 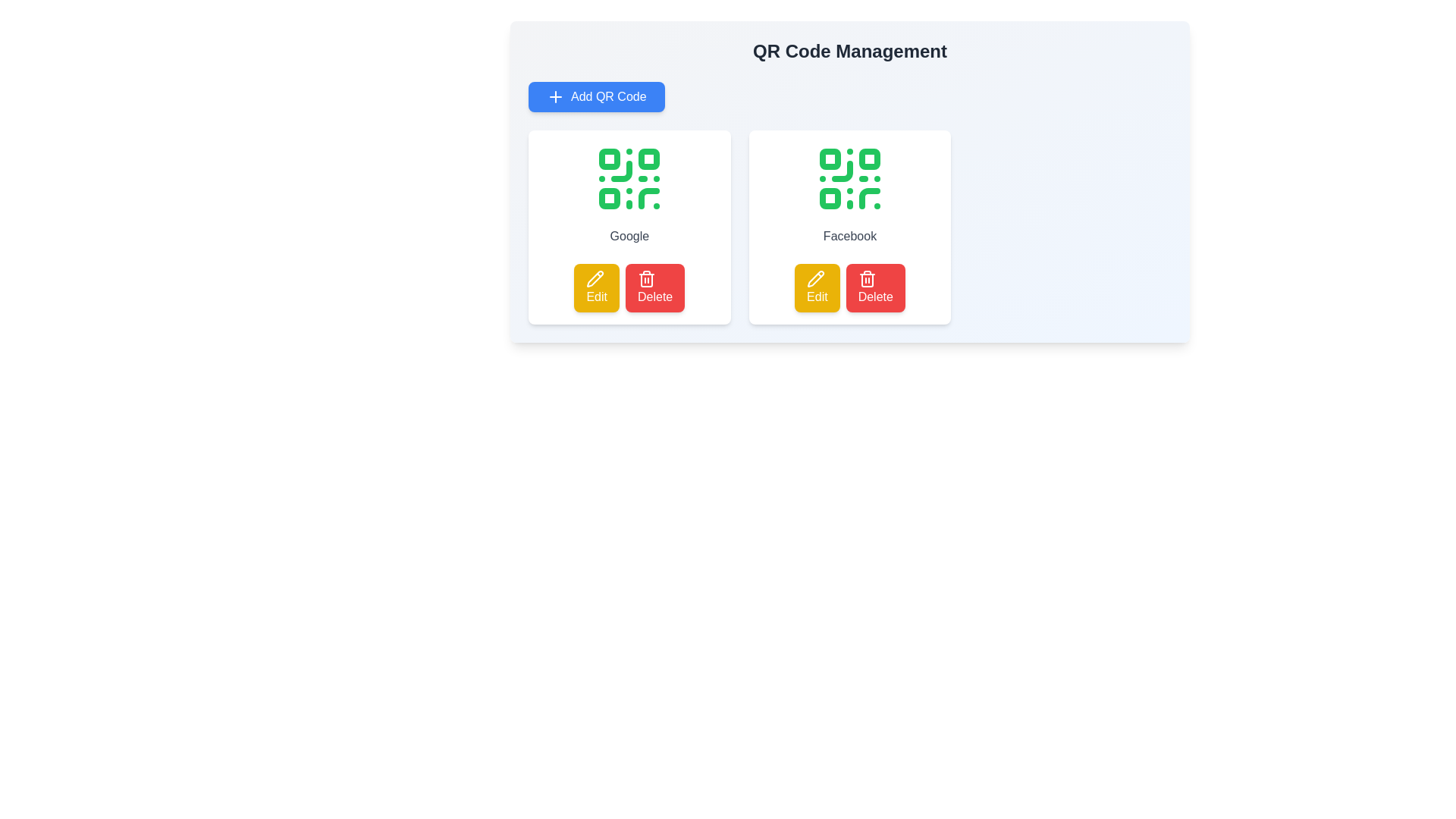 I want to click on the Google QR code Card component located at the top-left corner of the grid layout, which contains action buttons for managing the QR code, so click(x=629, y=227).